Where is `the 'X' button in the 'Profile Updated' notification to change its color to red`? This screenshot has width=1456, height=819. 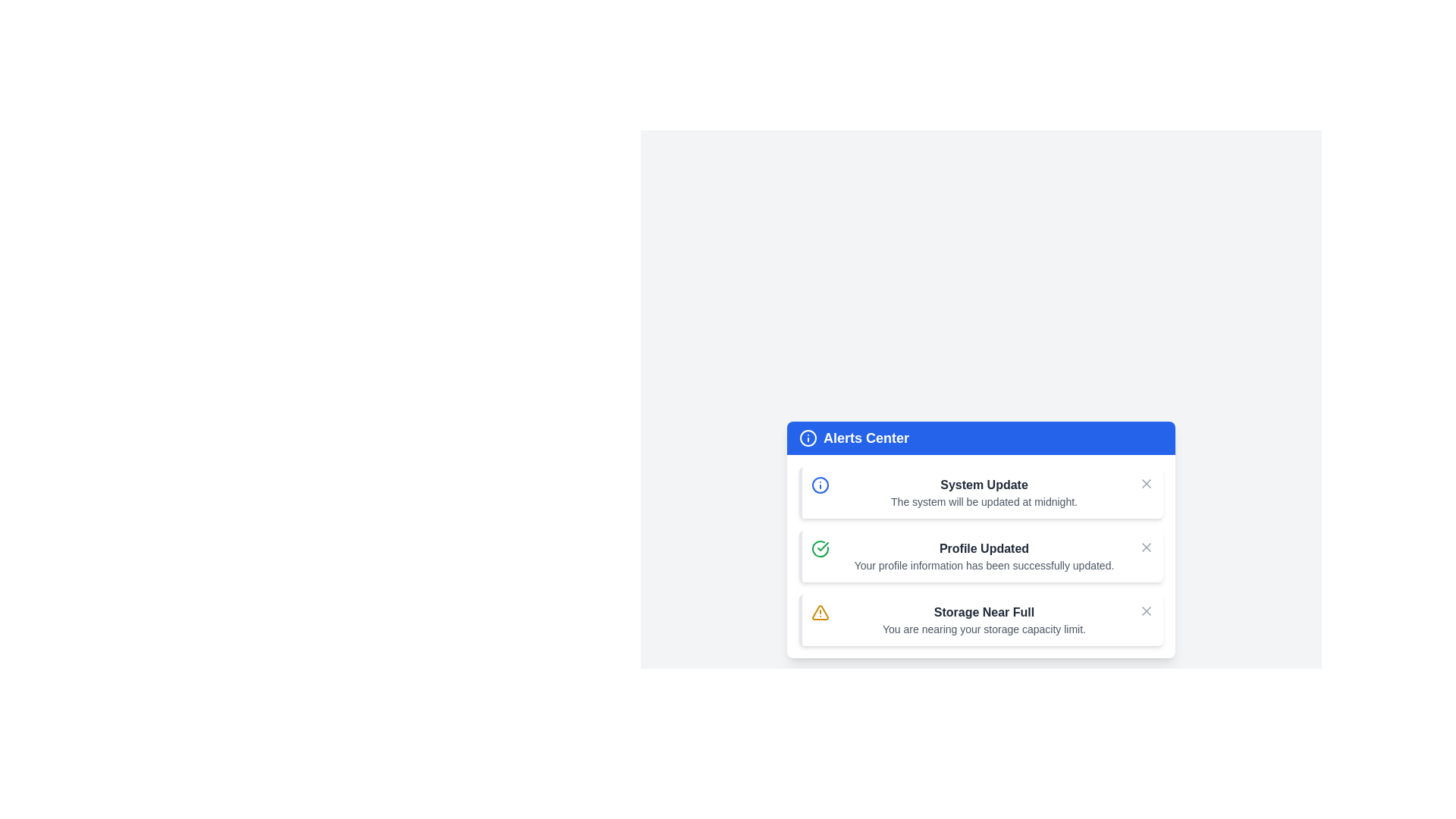 the 'X' button in the 'Profile Updated' notification to change its color to red is located at coordinates (1147, 547).